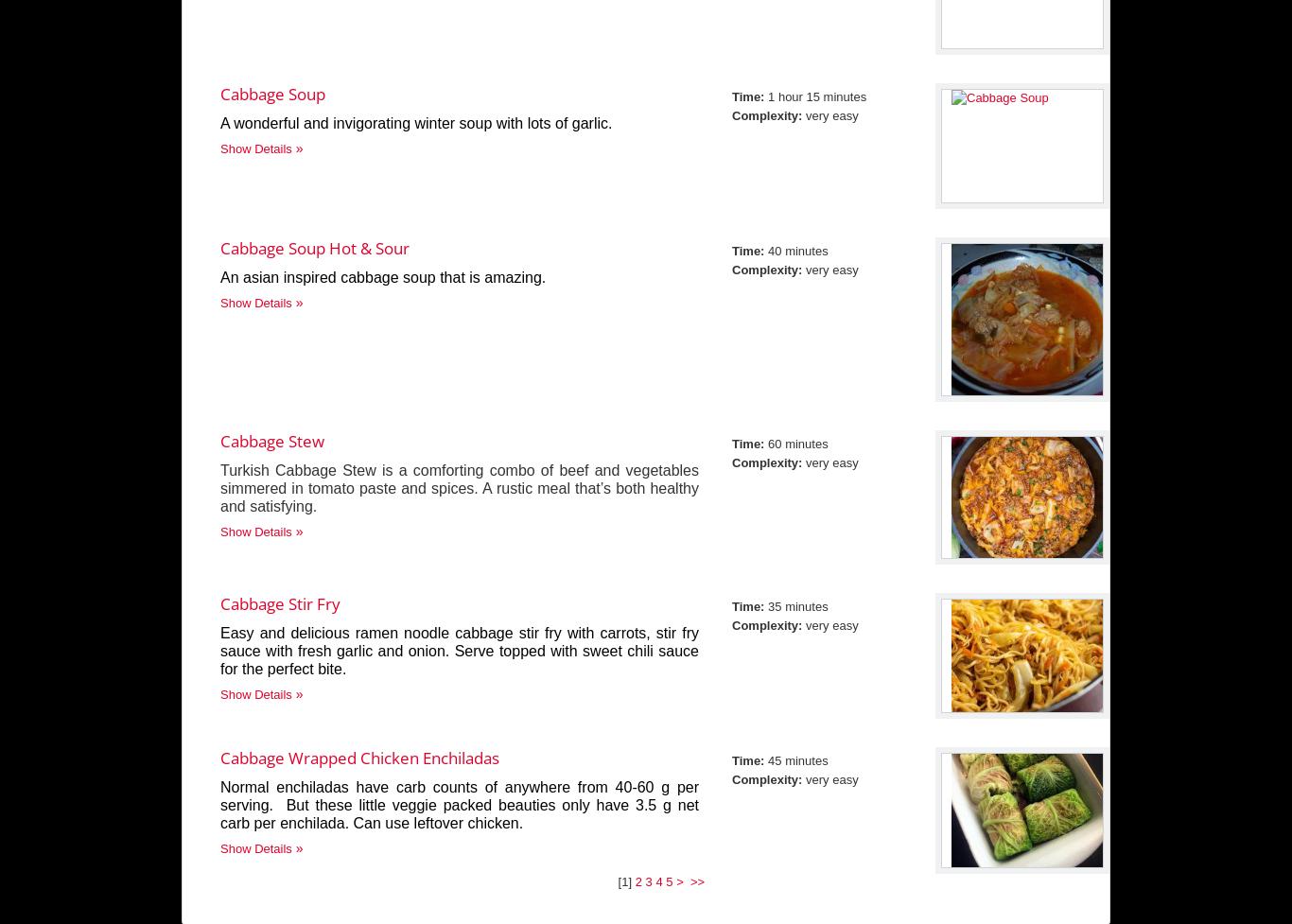 The height and width of the screenshot is (924, 1292). Describe the element at coordinates (796, 250) in the screenshot. I see `'40 minutes'` at that location.